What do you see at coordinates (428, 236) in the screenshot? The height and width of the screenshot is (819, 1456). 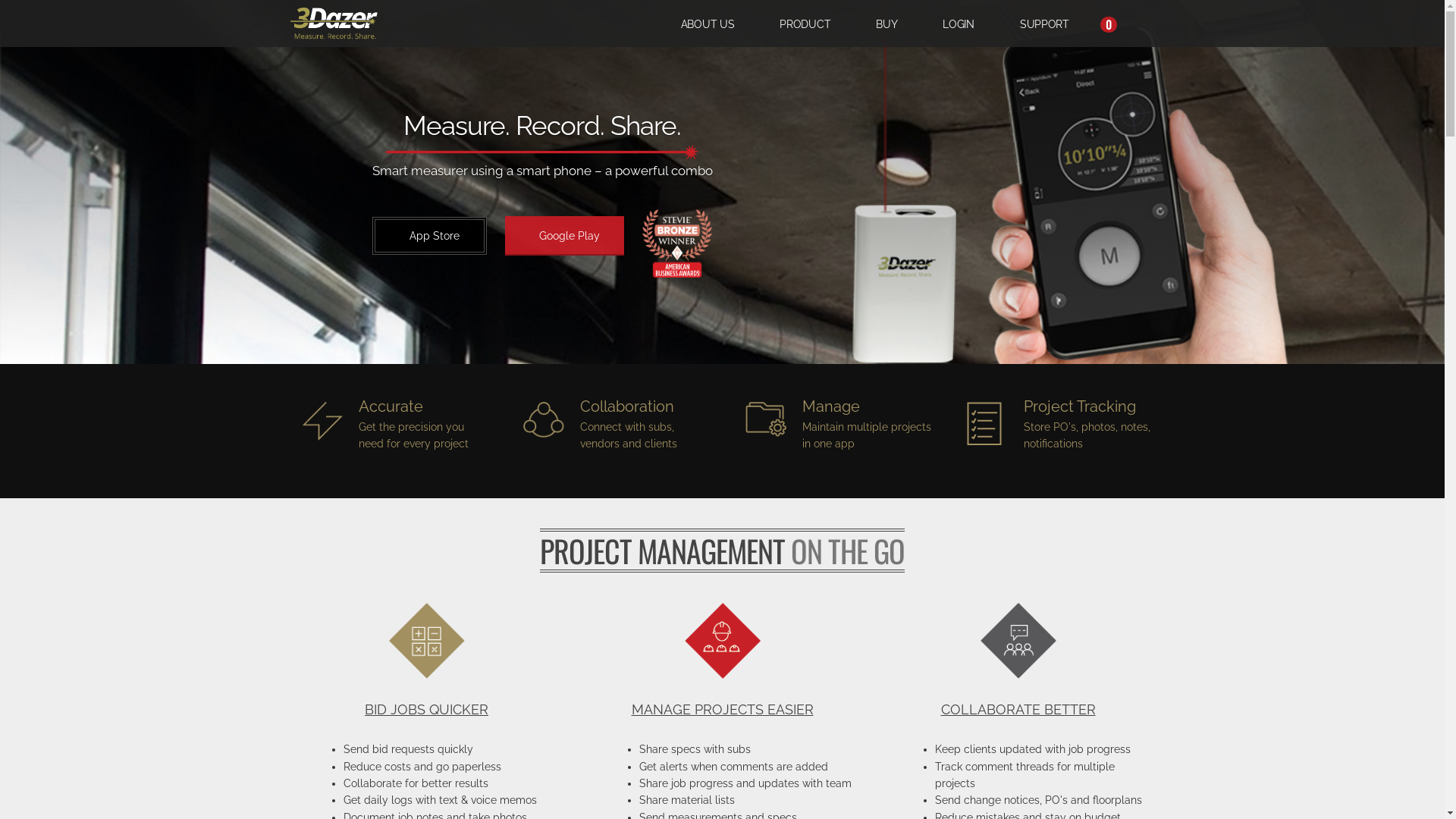 I see `'  App Store'` at bounding box center [428, 236].